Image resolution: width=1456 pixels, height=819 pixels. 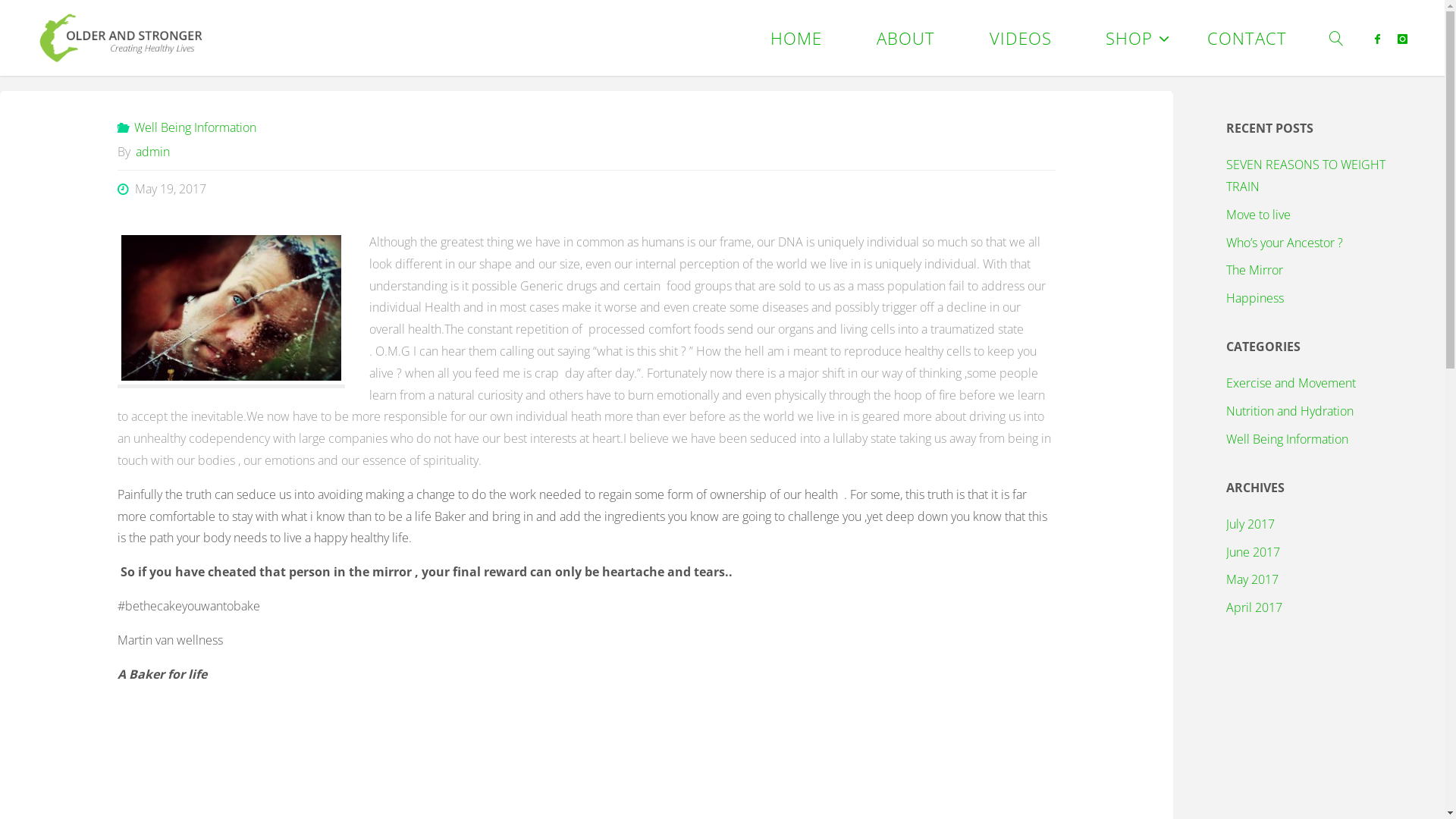 I want to click on 'HOME', so click(x=795, y=37).